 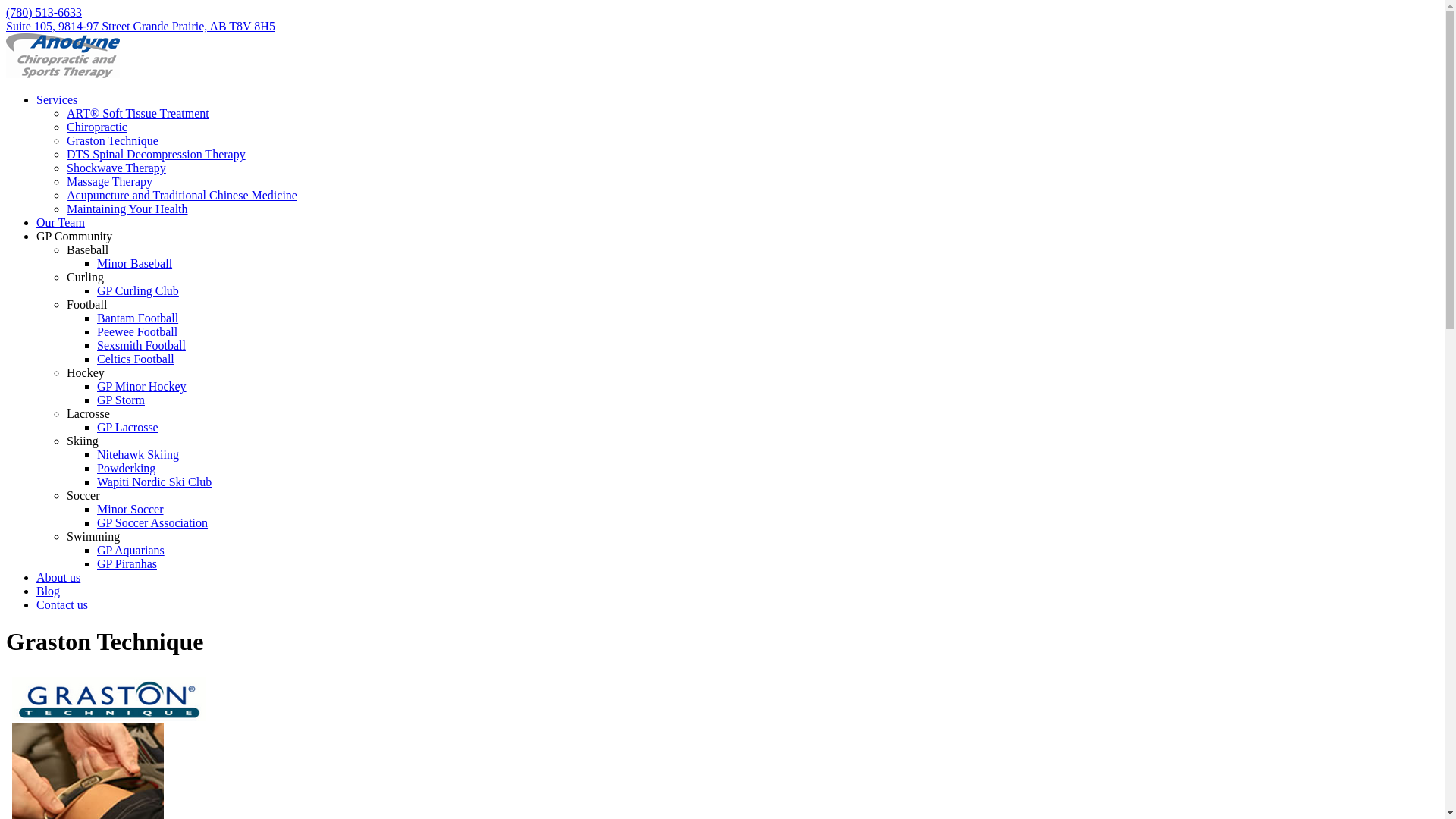 What do you see at coordinates (115, 168) in the screenshot?
I see `'Shockwave Therapy'` at bounding box center [115, 168].